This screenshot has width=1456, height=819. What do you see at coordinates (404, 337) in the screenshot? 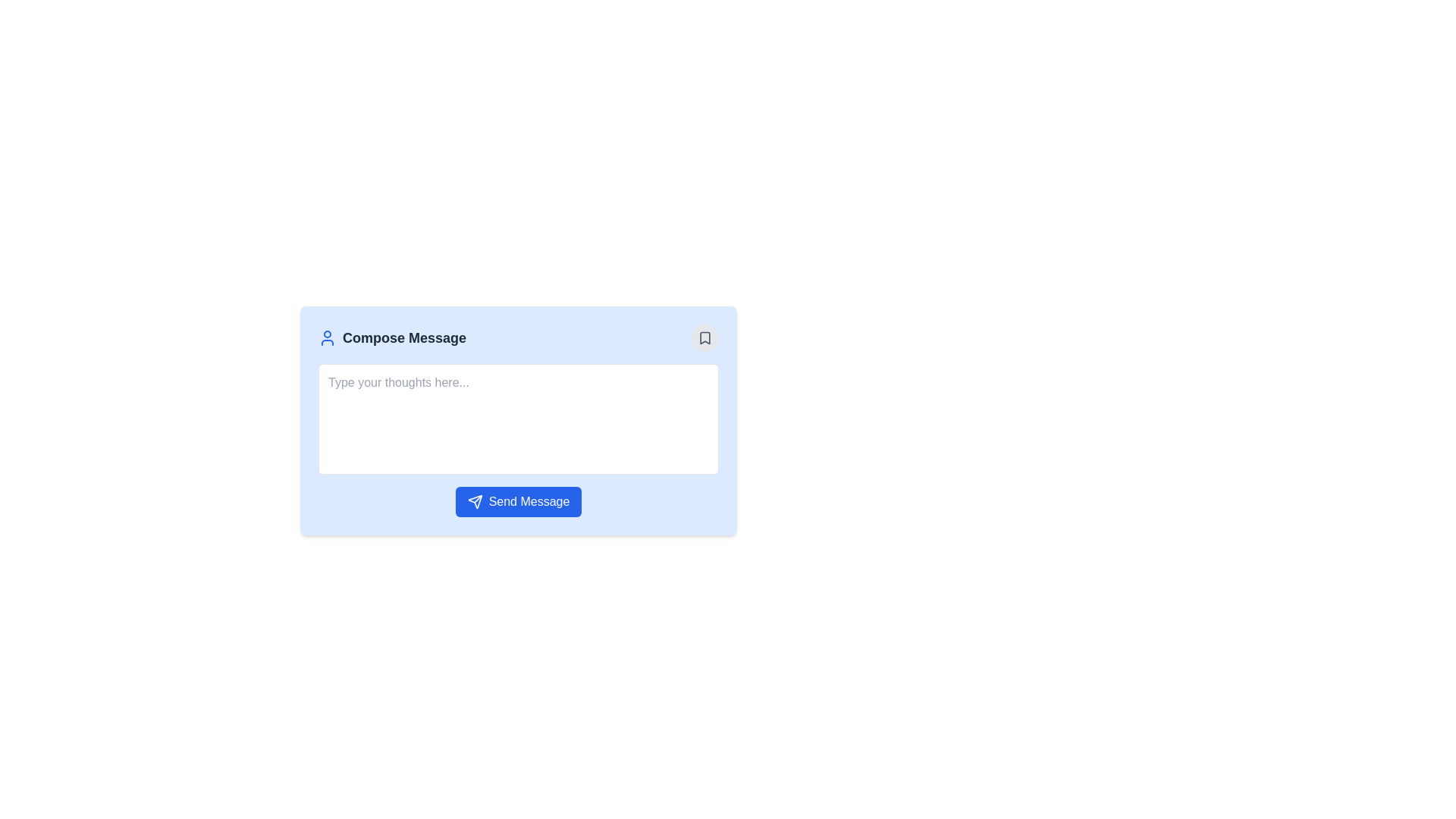
I see `the Text Label that serves as a title for the message composition section, located above the text input area` at bounding box center [404, 337].